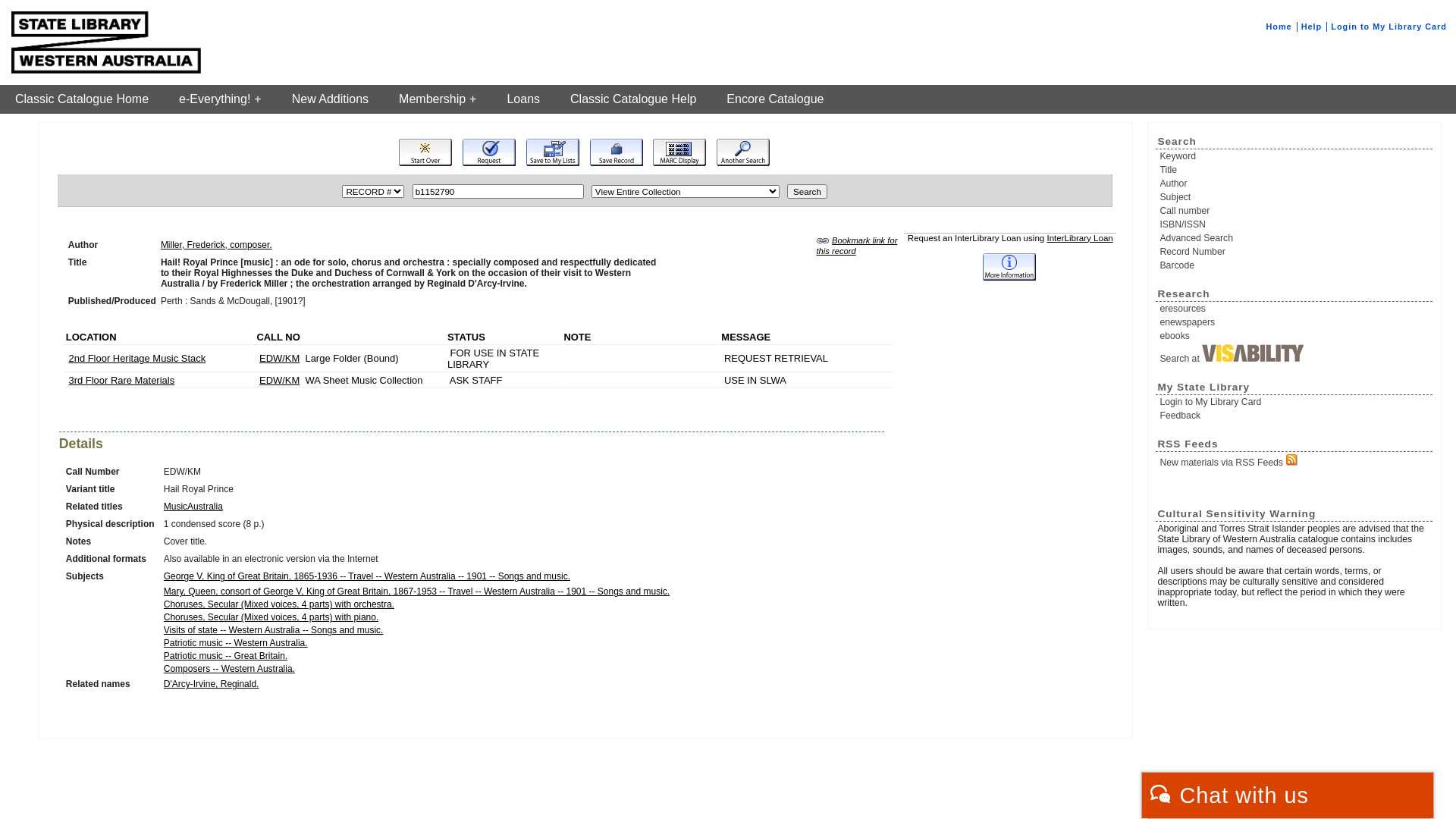 This screenshot has width=1456, height=819. What do you see at coordinates (1078, 237) in the screenshot?
I see `'InterLibrary Loan'` at bounding box center [1078, 237].